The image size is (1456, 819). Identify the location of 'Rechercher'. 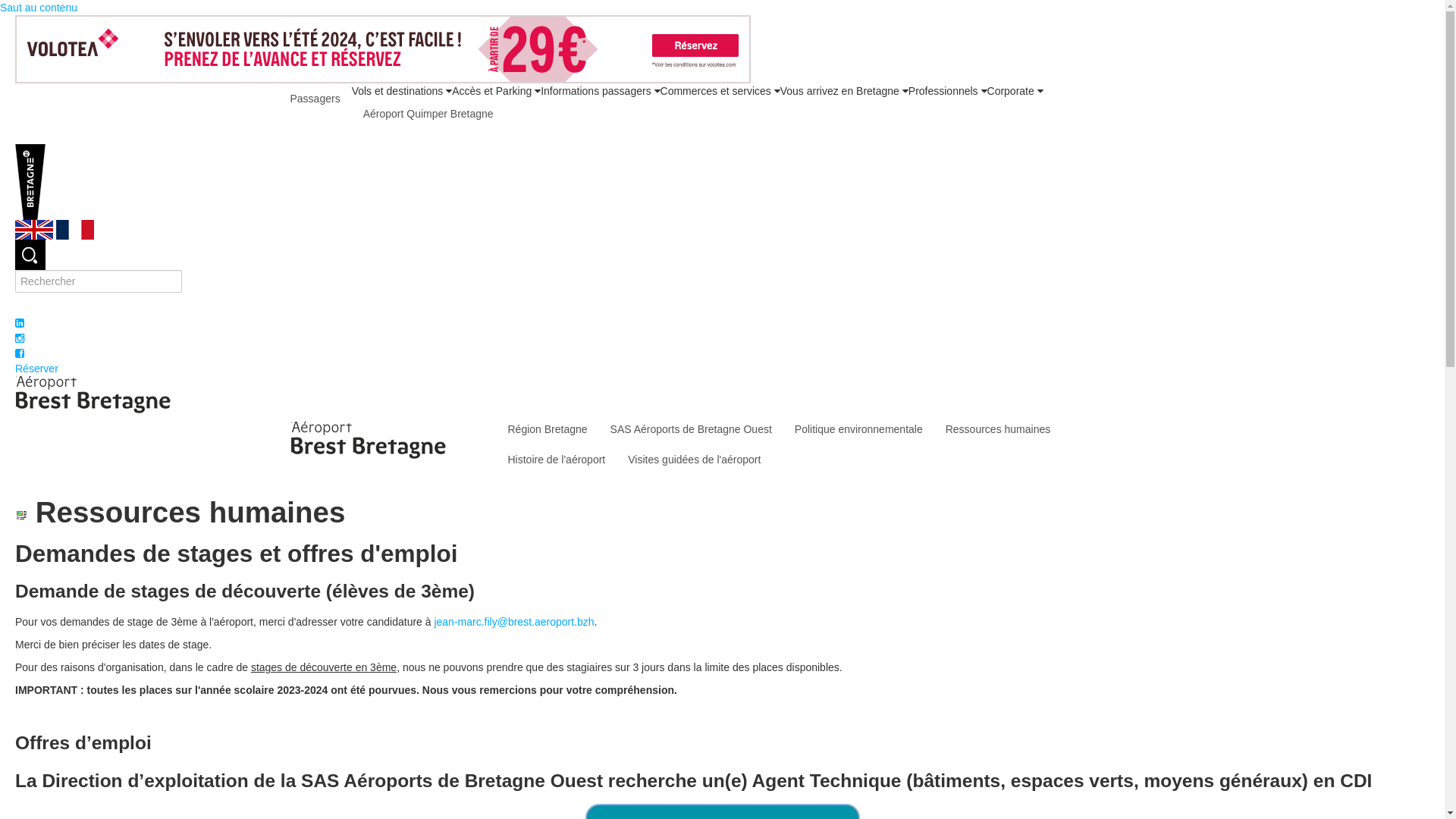
(30, 253).